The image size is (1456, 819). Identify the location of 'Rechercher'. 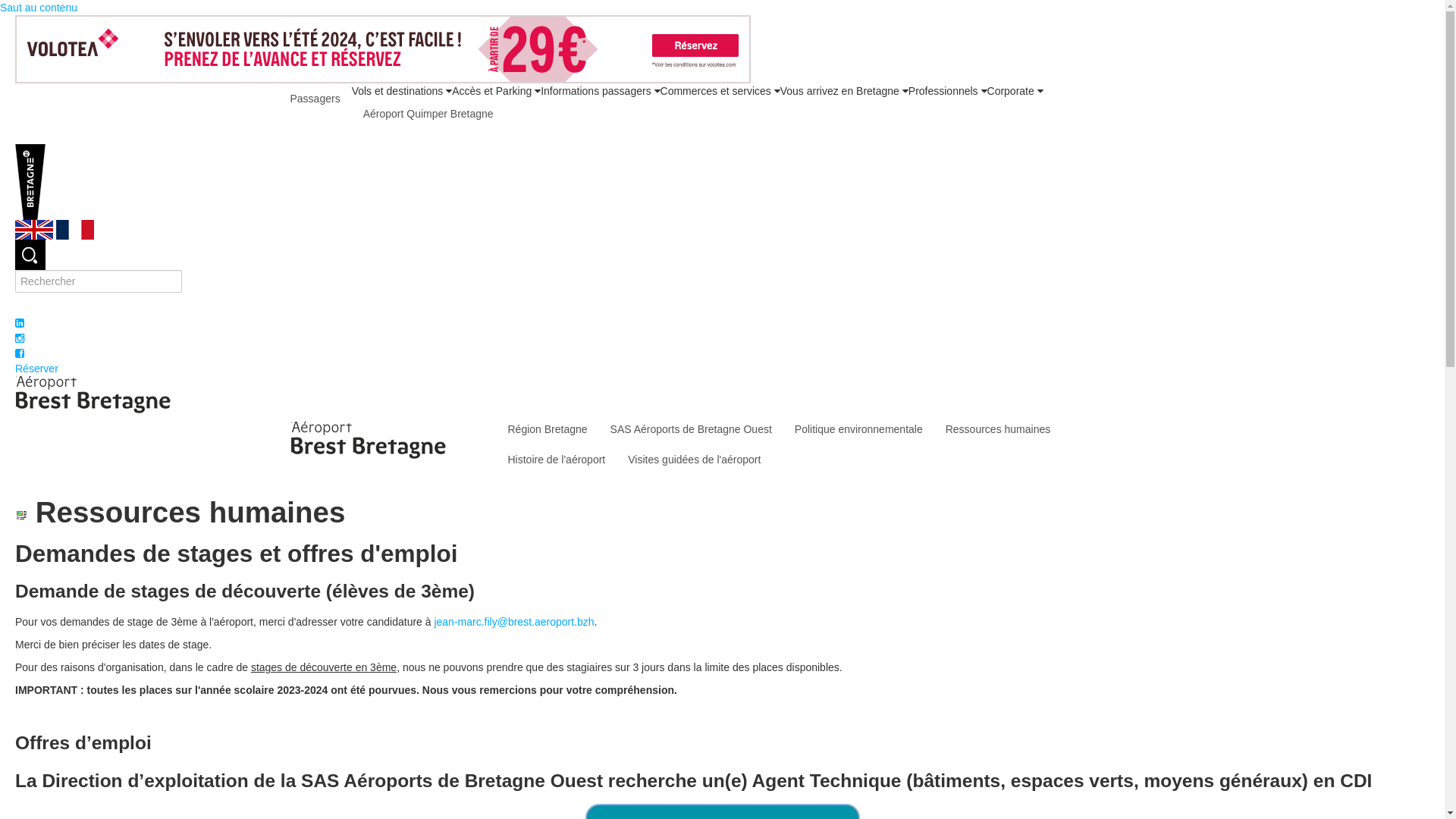
(30, 253).